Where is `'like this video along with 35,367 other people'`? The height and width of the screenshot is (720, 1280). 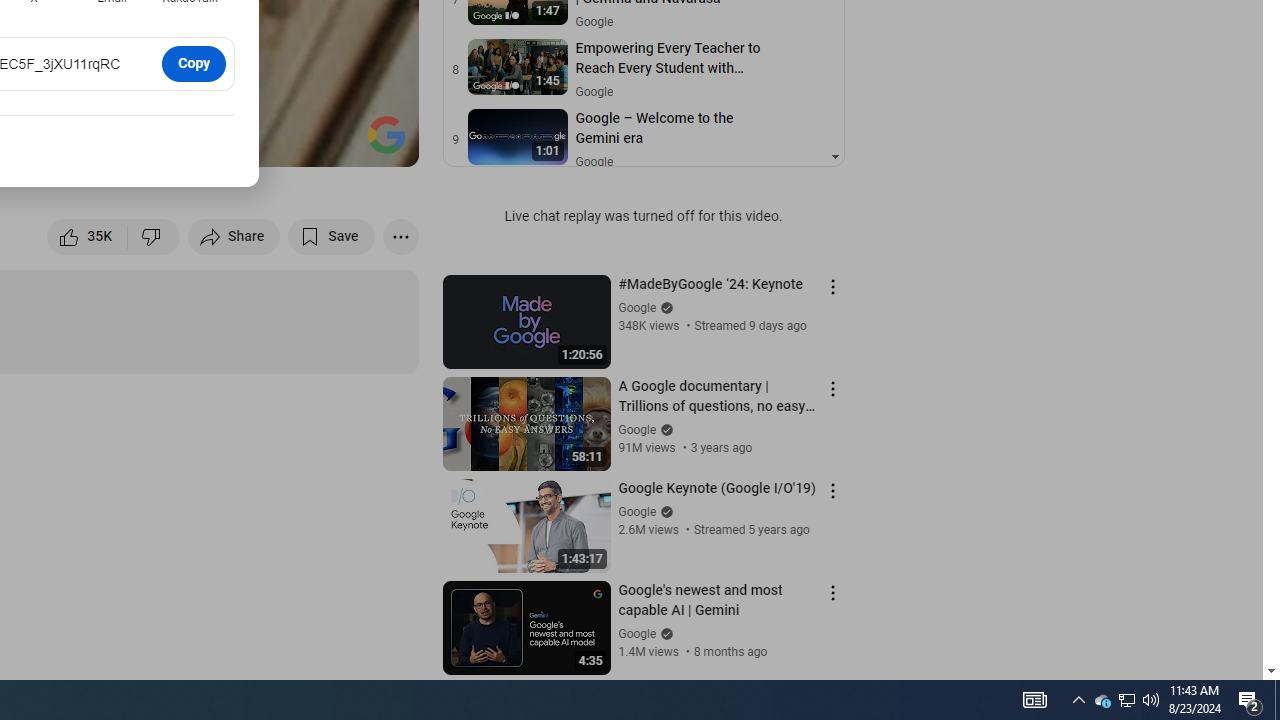
'like this video along with 35,367 other people' is located at coordinates (87, 235).